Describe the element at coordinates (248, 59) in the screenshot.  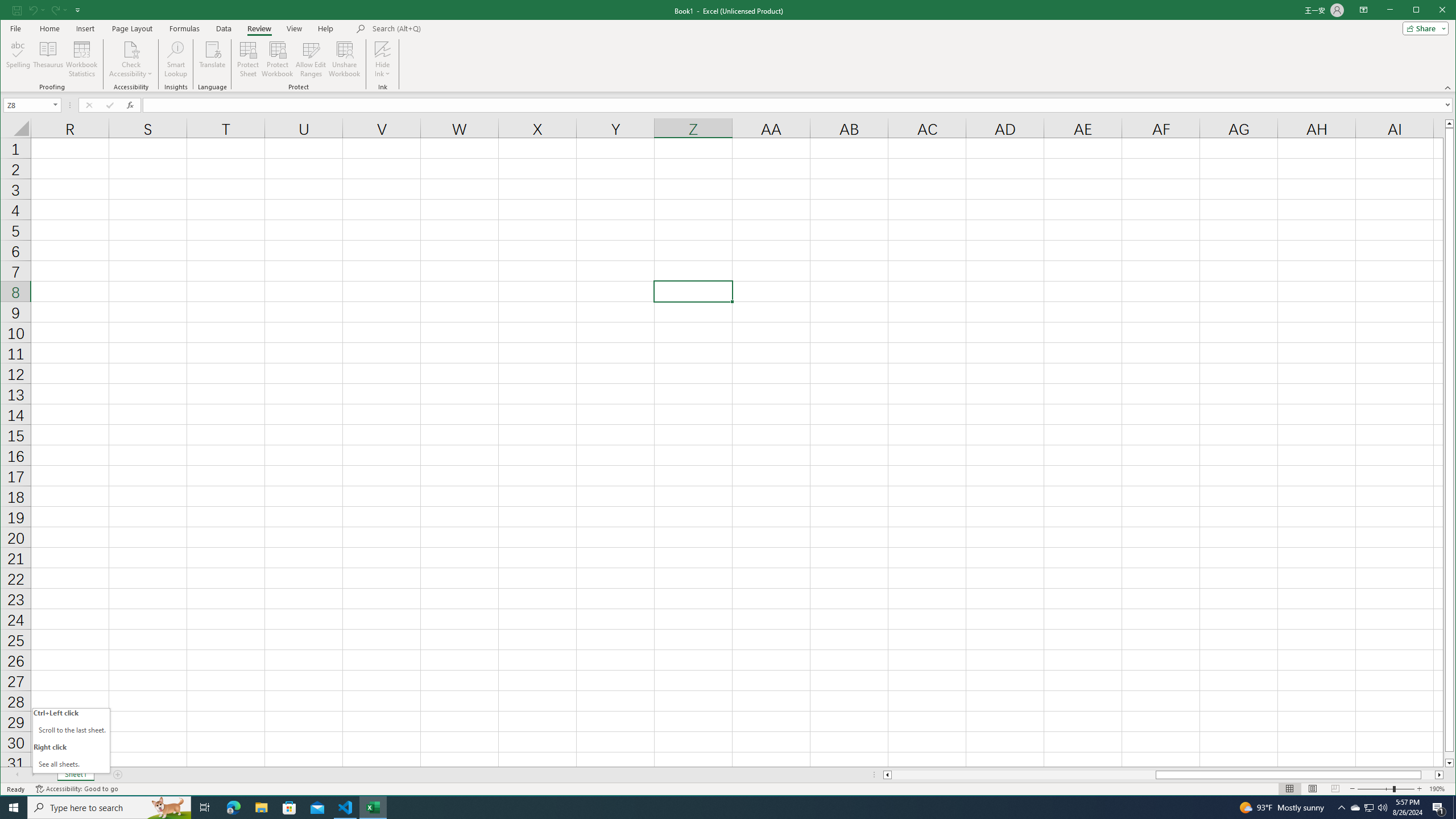
I see `'Protect Sheet...'` at that location.